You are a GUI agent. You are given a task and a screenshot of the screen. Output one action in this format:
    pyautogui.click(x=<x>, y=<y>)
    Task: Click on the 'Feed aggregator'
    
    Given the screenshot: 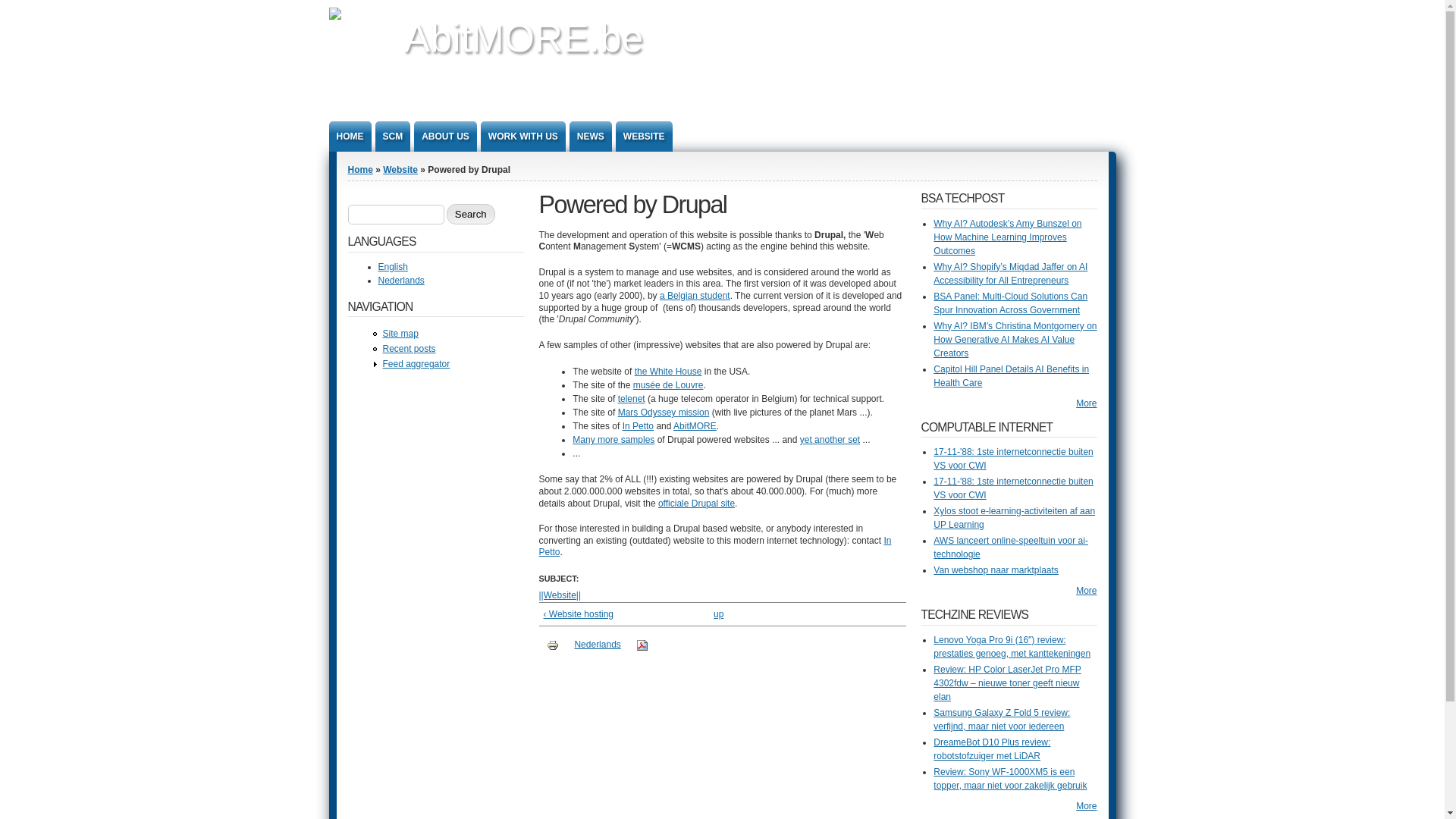 What is the action you would take?
    pyautogui.click(x=416, y=363)
    